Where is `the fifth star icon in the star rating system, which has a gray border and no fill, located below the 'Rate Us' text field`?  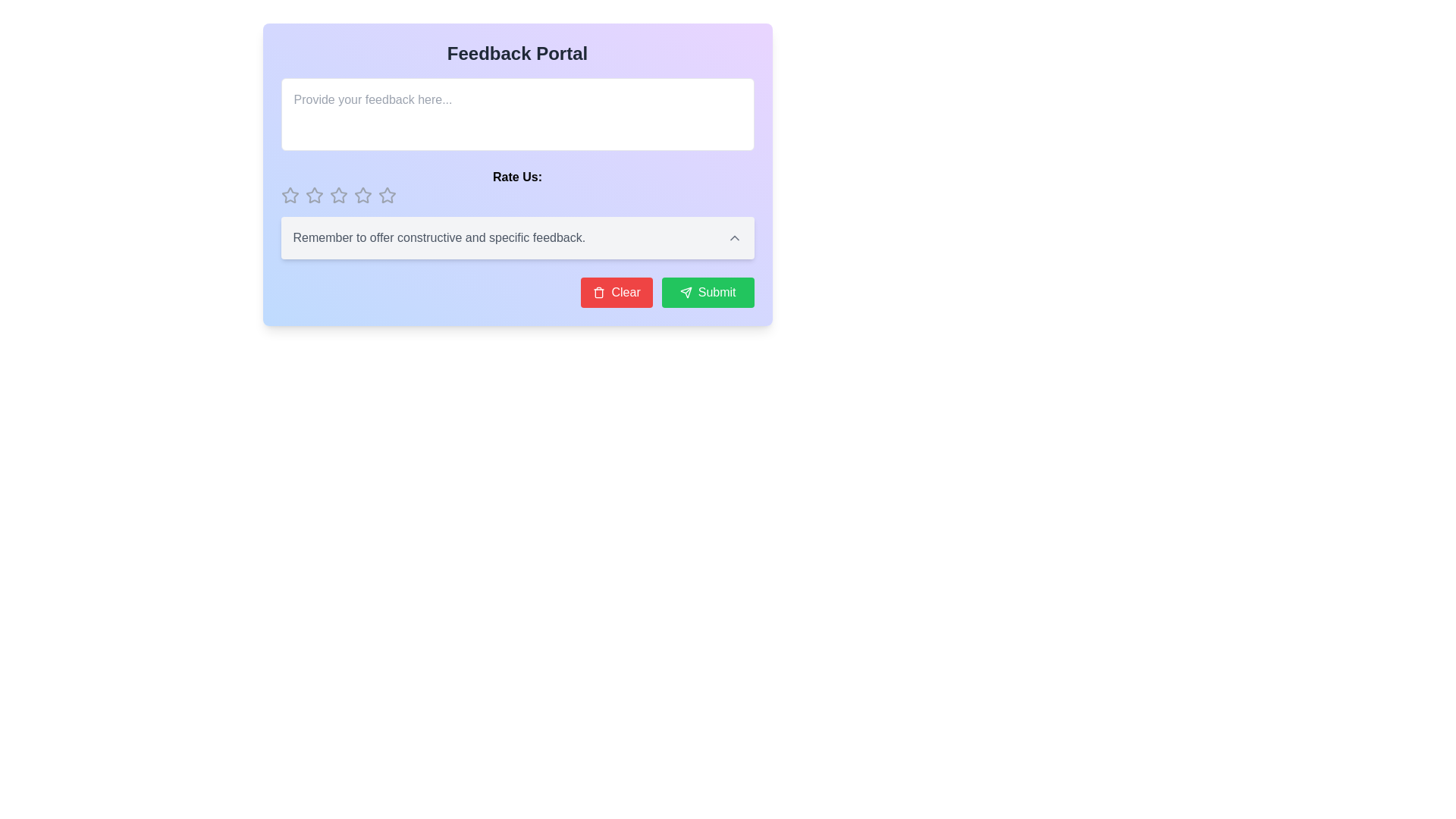
the fifth star icon in the star rating system, which has a gray border and no fill, located below the 'Rate Us' text field is located at coordinates (387, 194).